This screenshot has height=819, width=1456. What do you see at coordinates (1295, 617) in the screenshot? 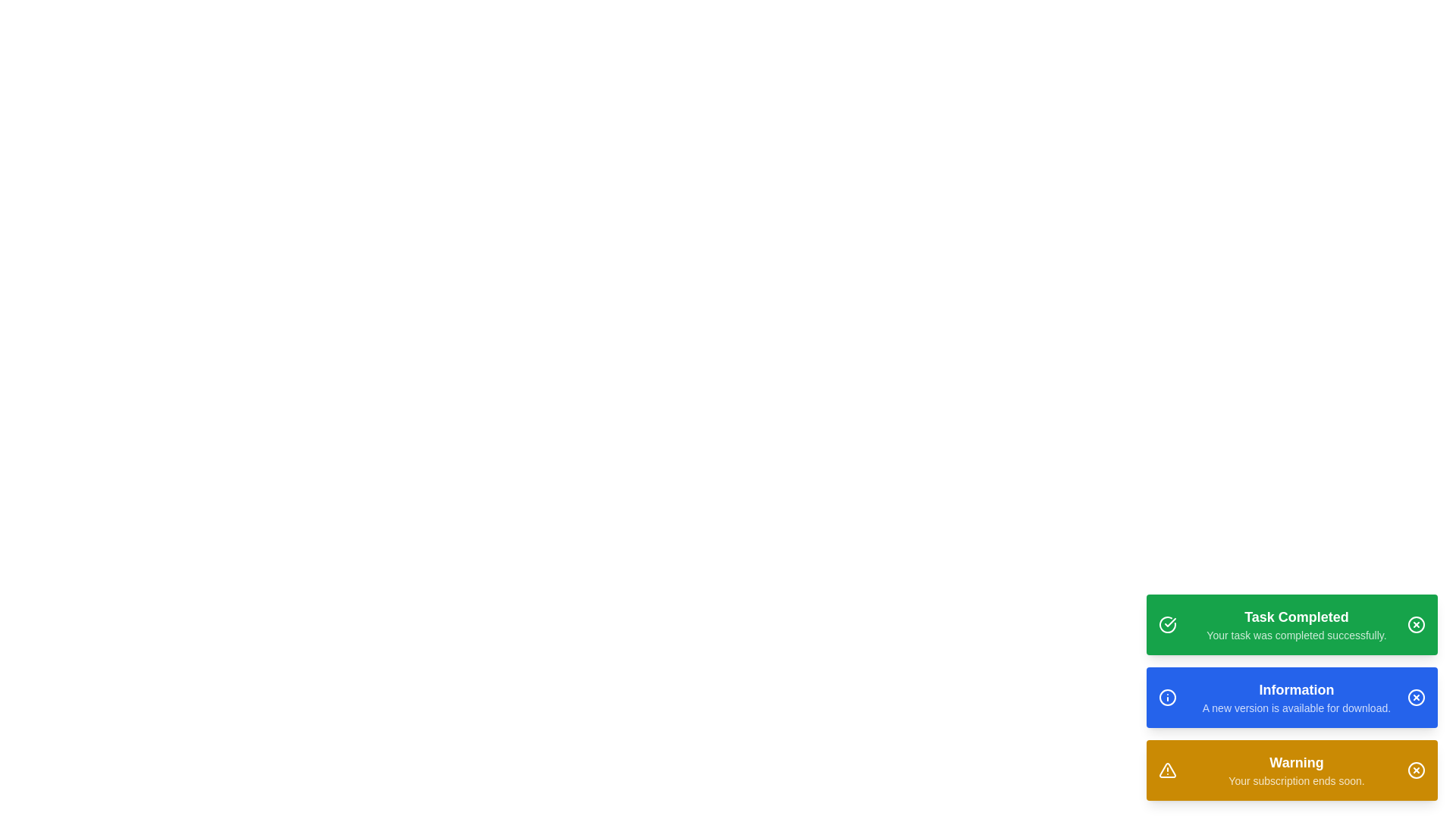
I see `the text label displaying 'Task Completed' with a bold font style and larger text size, located at the top of the notification card` at bounding box center [1295, 617].